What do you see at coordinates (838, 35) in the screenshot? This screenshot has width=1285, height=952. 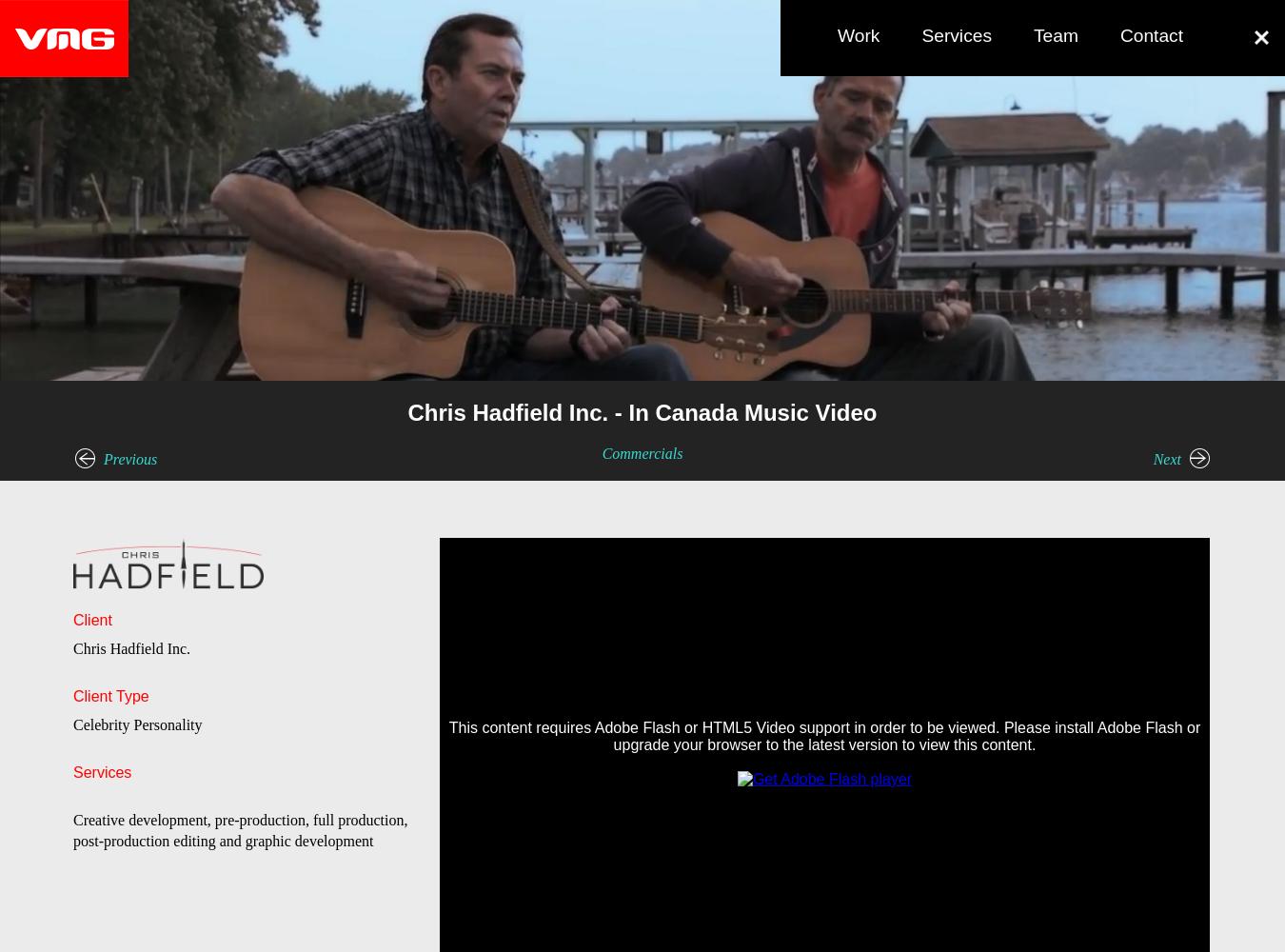 I see `'Work'` at bounding box center [838, 35].